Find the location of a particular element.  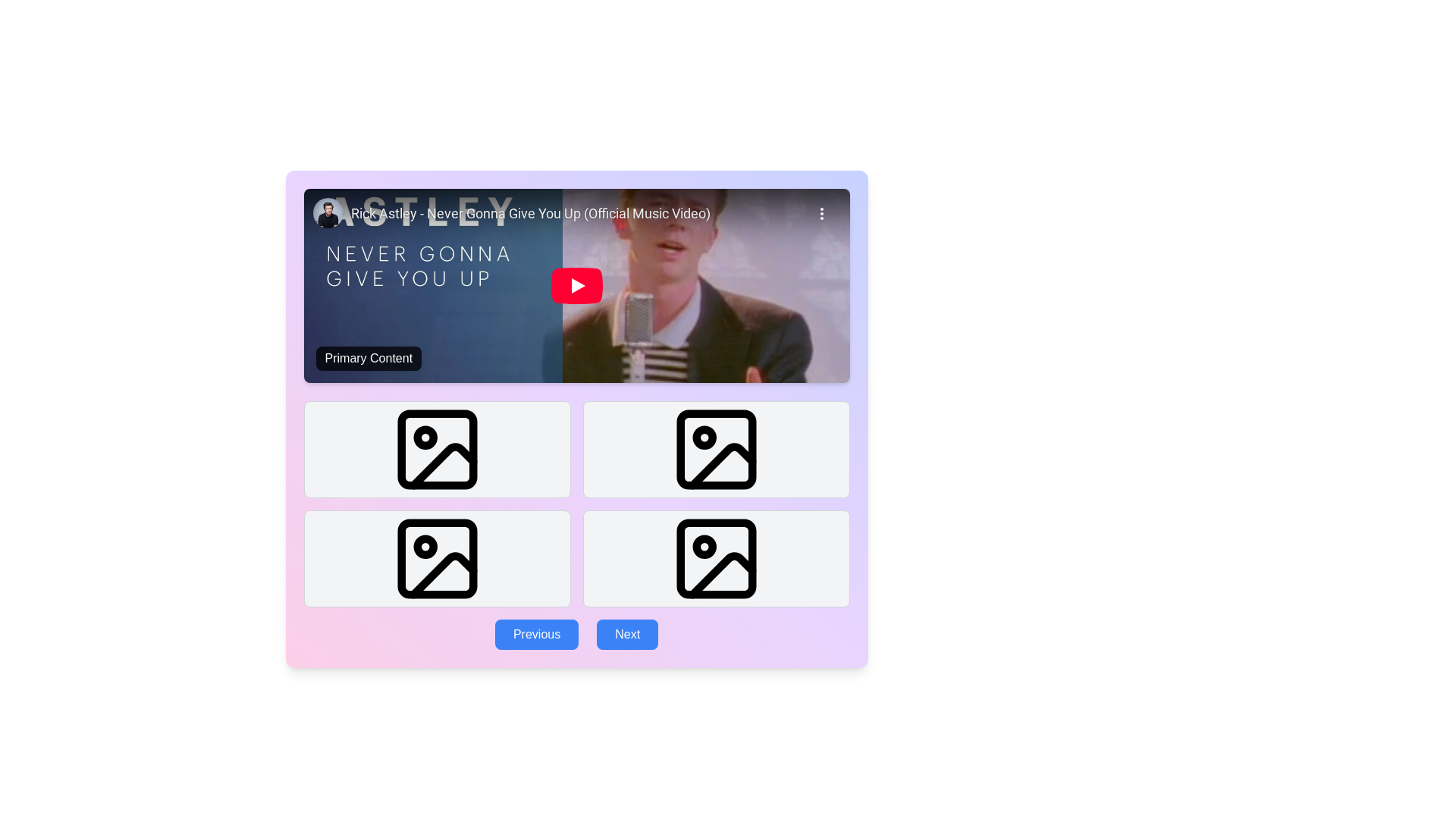

the button that navigates to the previous set of content is located at coordinates (537, 635).